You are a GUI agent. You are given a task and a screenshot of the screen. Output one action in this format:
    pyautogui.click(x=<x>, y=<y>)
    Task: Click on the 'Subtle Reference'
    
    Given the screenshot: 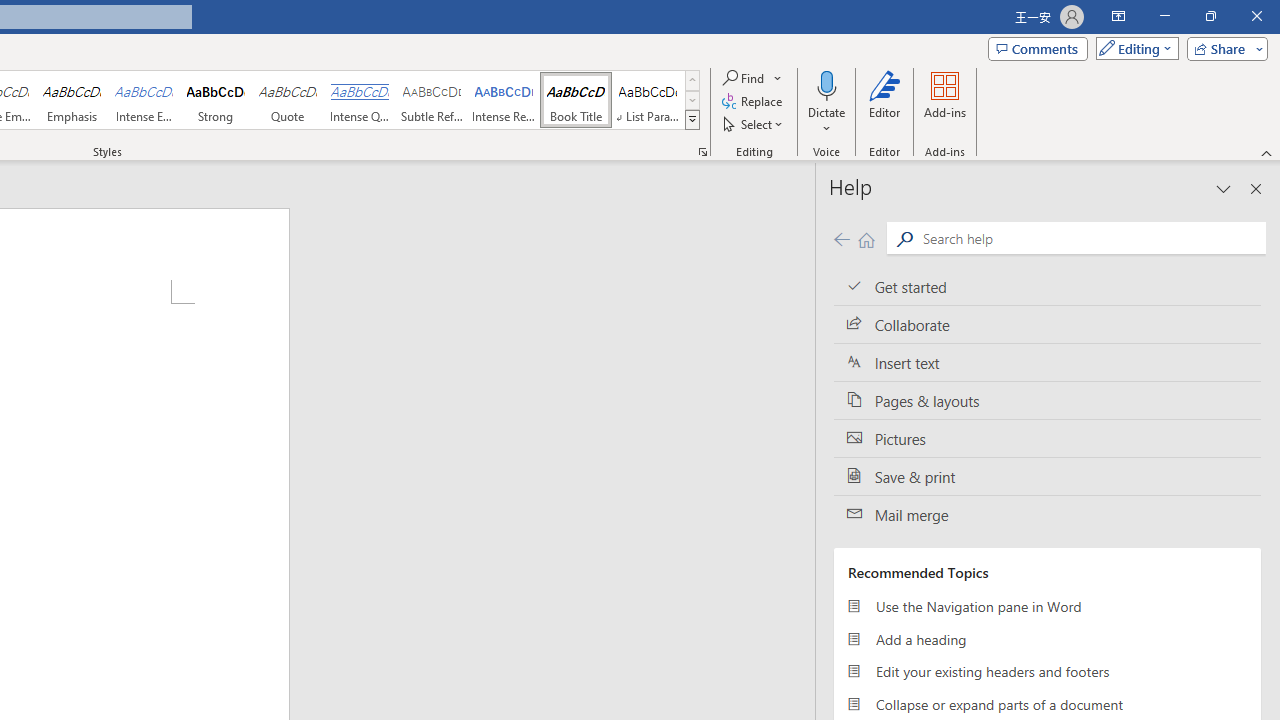 What is the action you would take?
    pyautogui.click(x=431, y=100)
    